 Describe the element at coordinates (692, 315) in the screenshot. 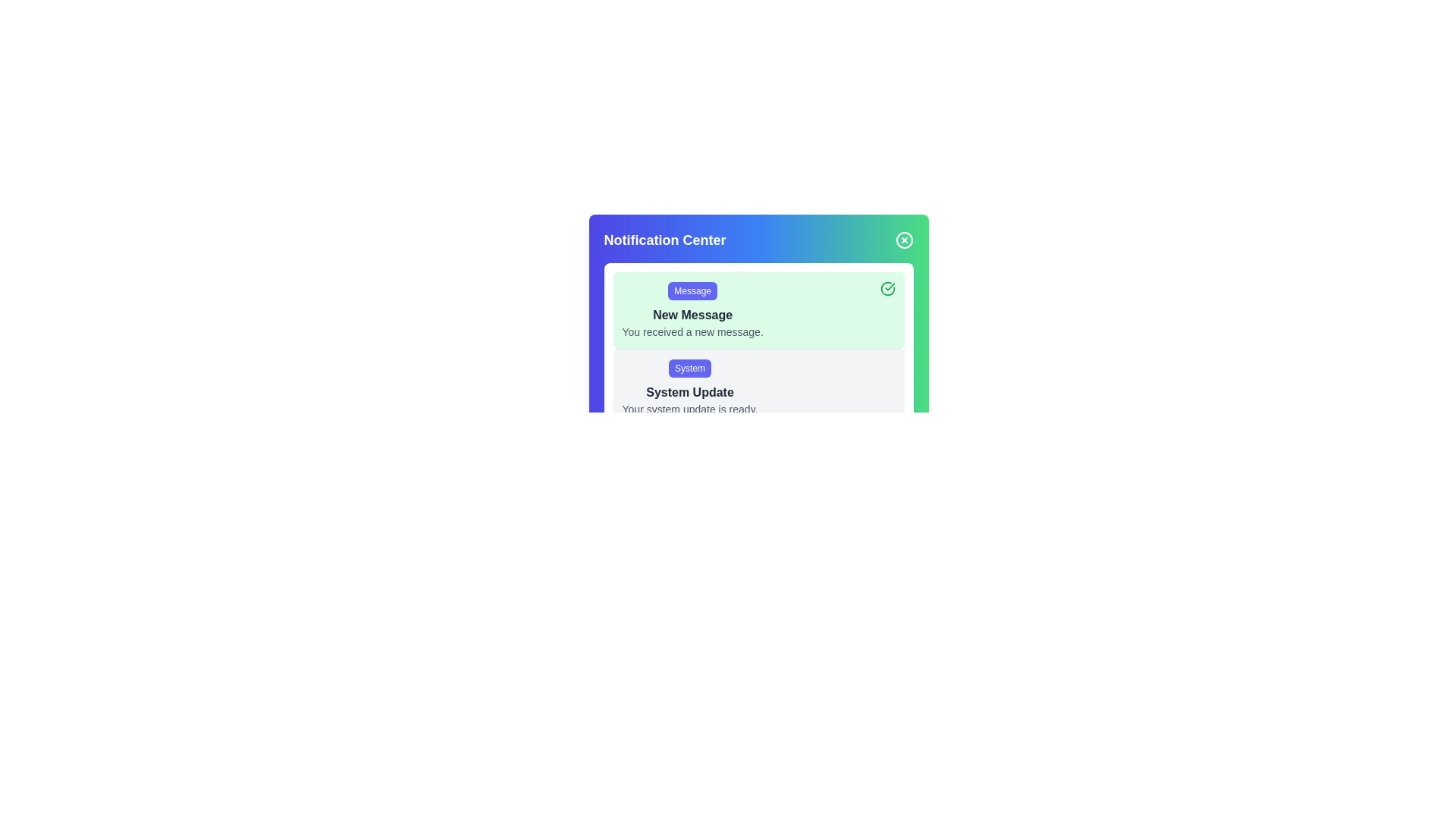

I see `Text Label that serves as a title for the notification message, located below the 'Message' label and above the text 'You received a new message.'` at that location.